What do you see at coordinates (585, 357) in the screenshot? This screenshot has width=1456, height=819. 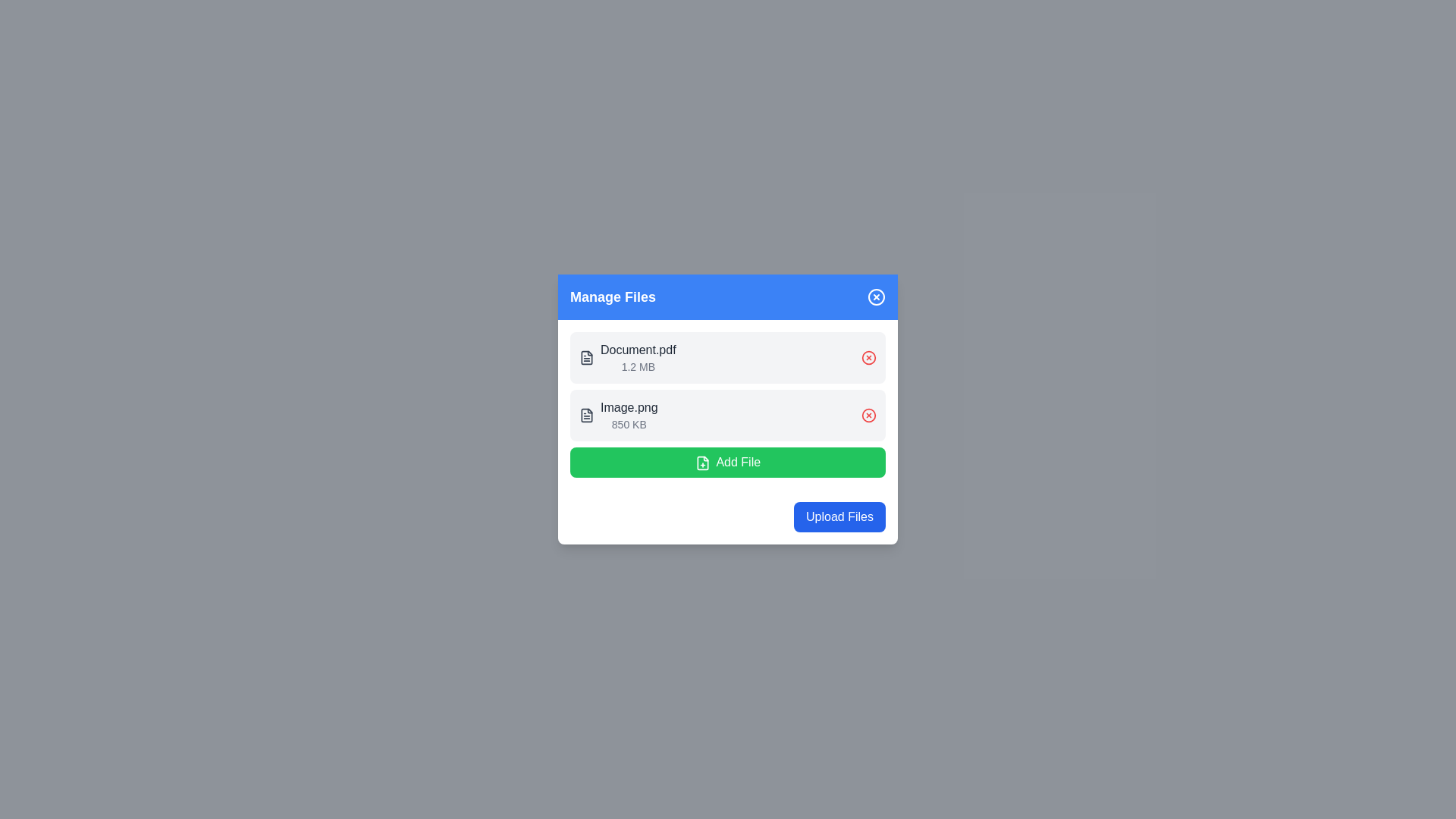 I see `the gray outlined document icon in the file list for 'Document.pdf'` at bounding box center [585, 357].